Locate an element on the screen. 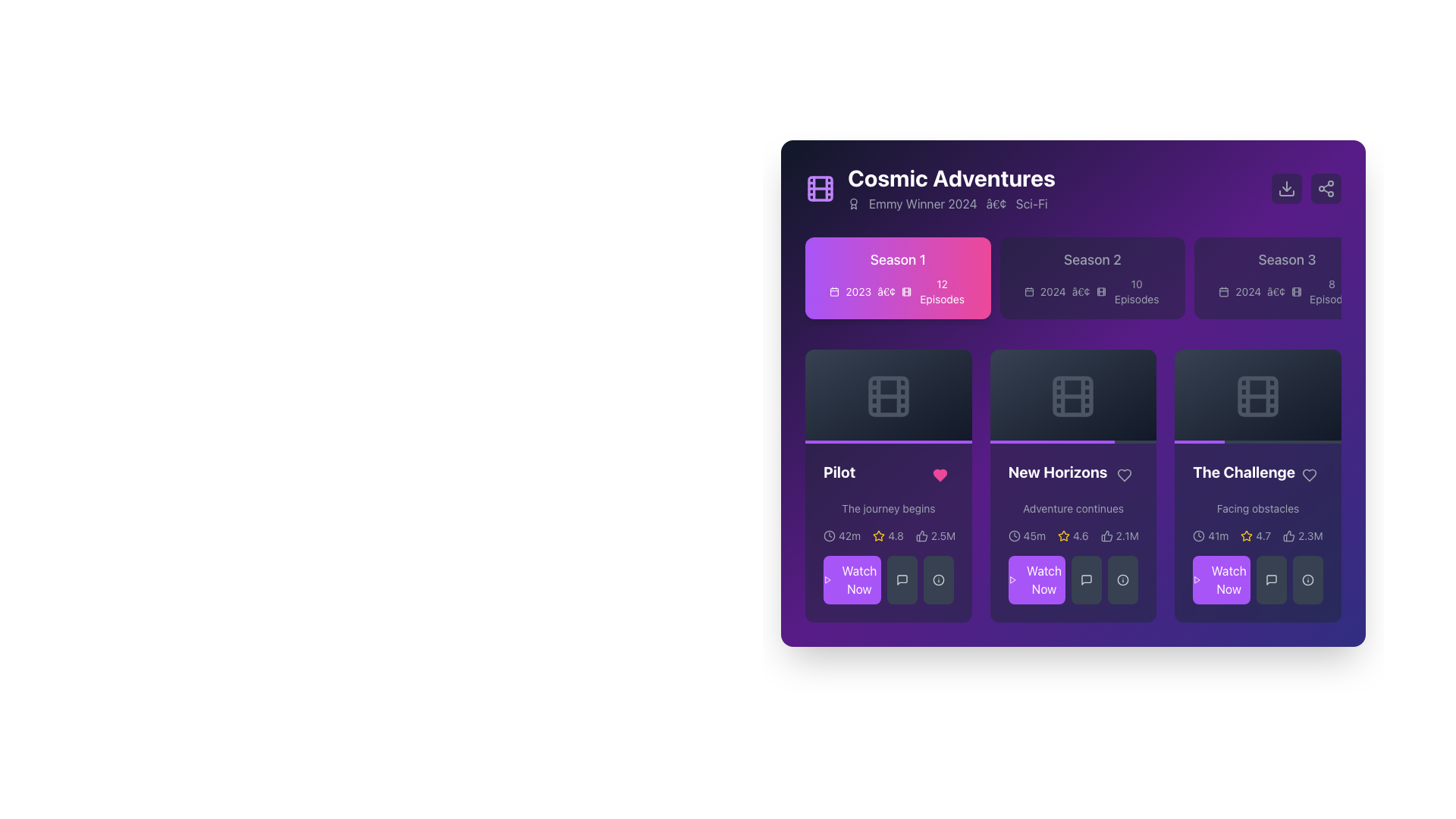 This screenshot has width=1456, height=819. the heart icon button located in the 'Pilot' card is located at coordinates (1125, 474).